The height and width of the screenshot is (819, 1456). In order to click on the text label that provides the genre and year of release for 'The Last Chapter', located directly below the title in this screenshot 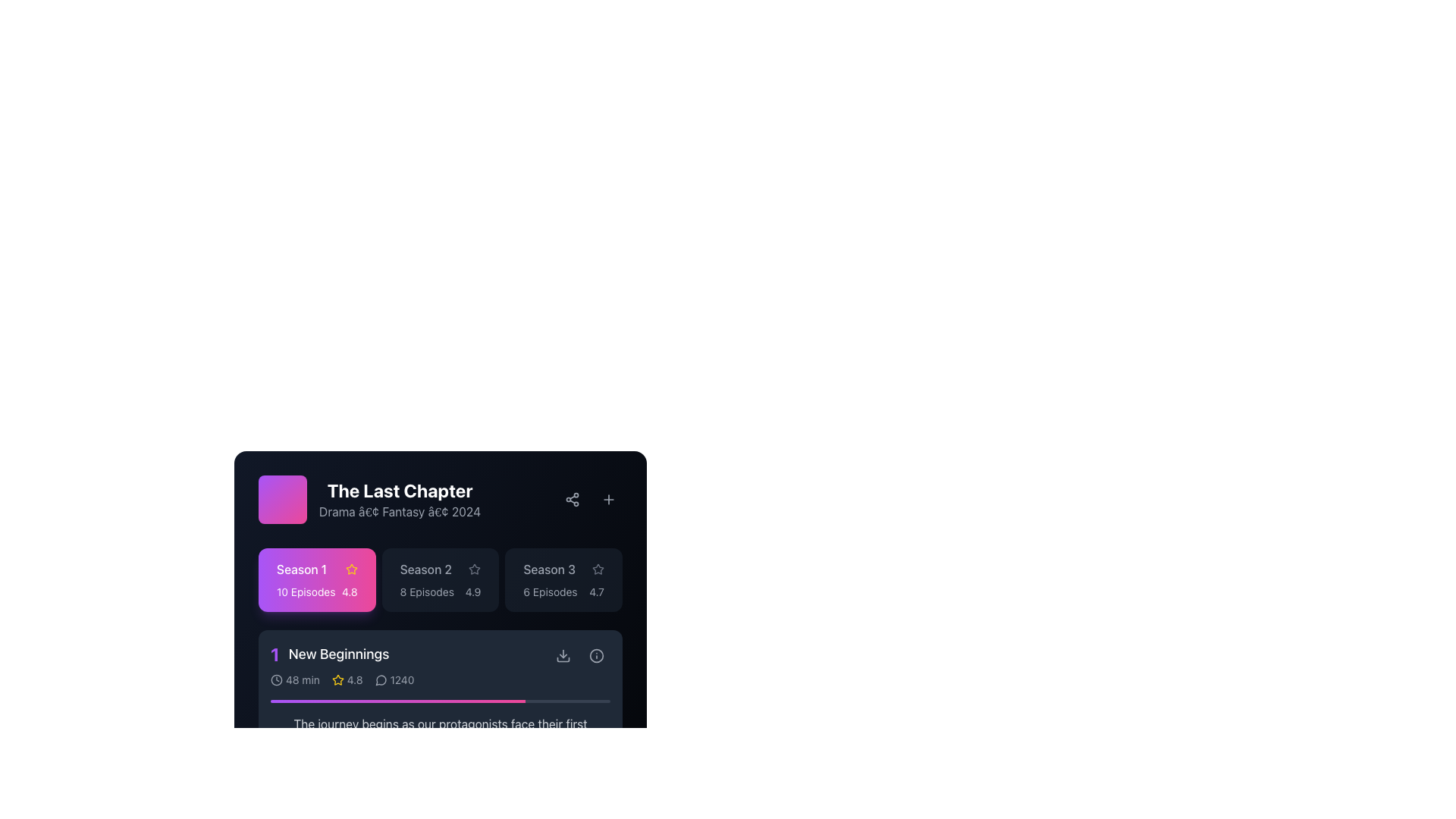, I will do `click(400, 512)`.